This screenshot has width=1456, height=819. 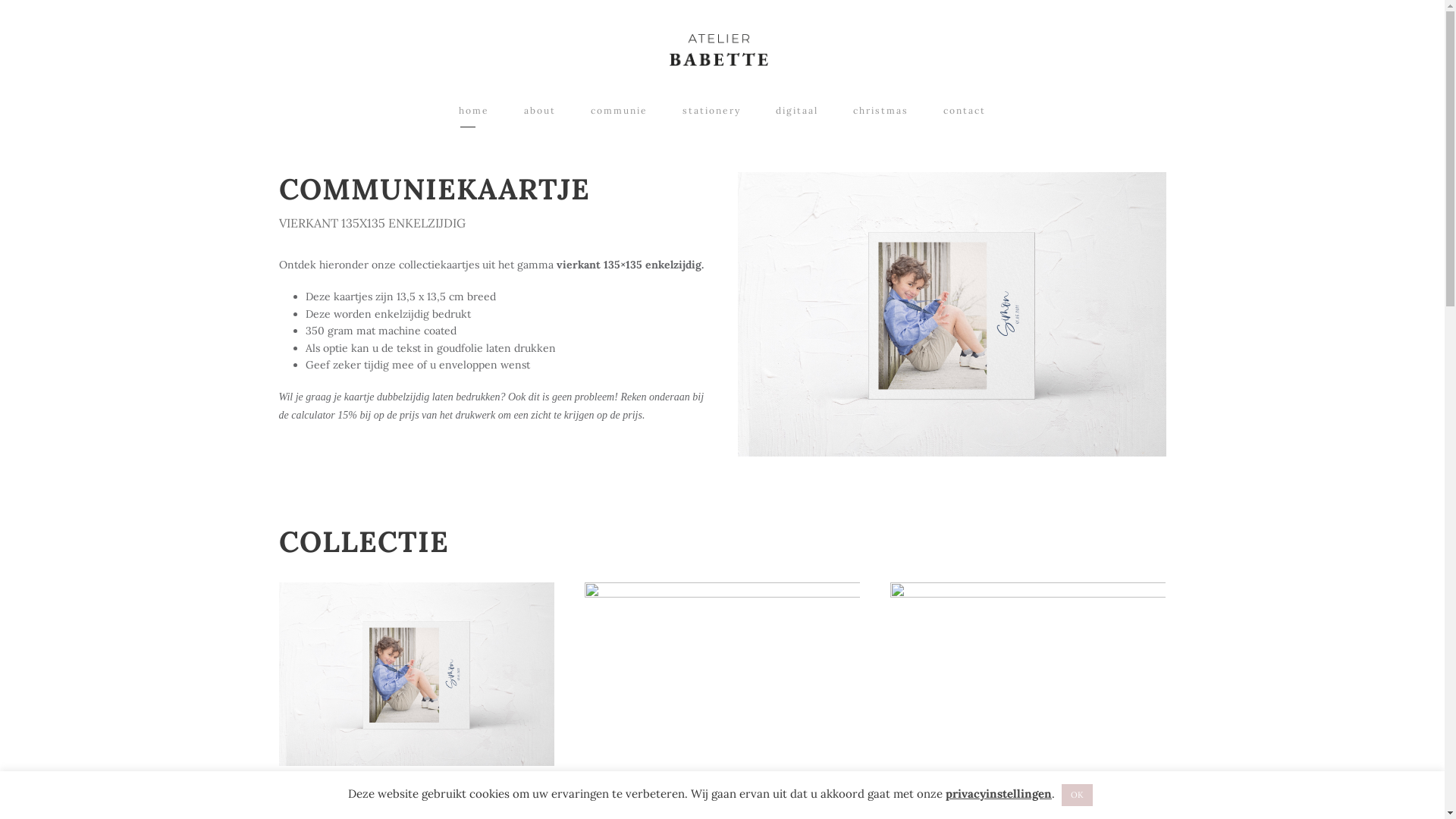 I want to click on 'stationery', so click(x=682, y=113).